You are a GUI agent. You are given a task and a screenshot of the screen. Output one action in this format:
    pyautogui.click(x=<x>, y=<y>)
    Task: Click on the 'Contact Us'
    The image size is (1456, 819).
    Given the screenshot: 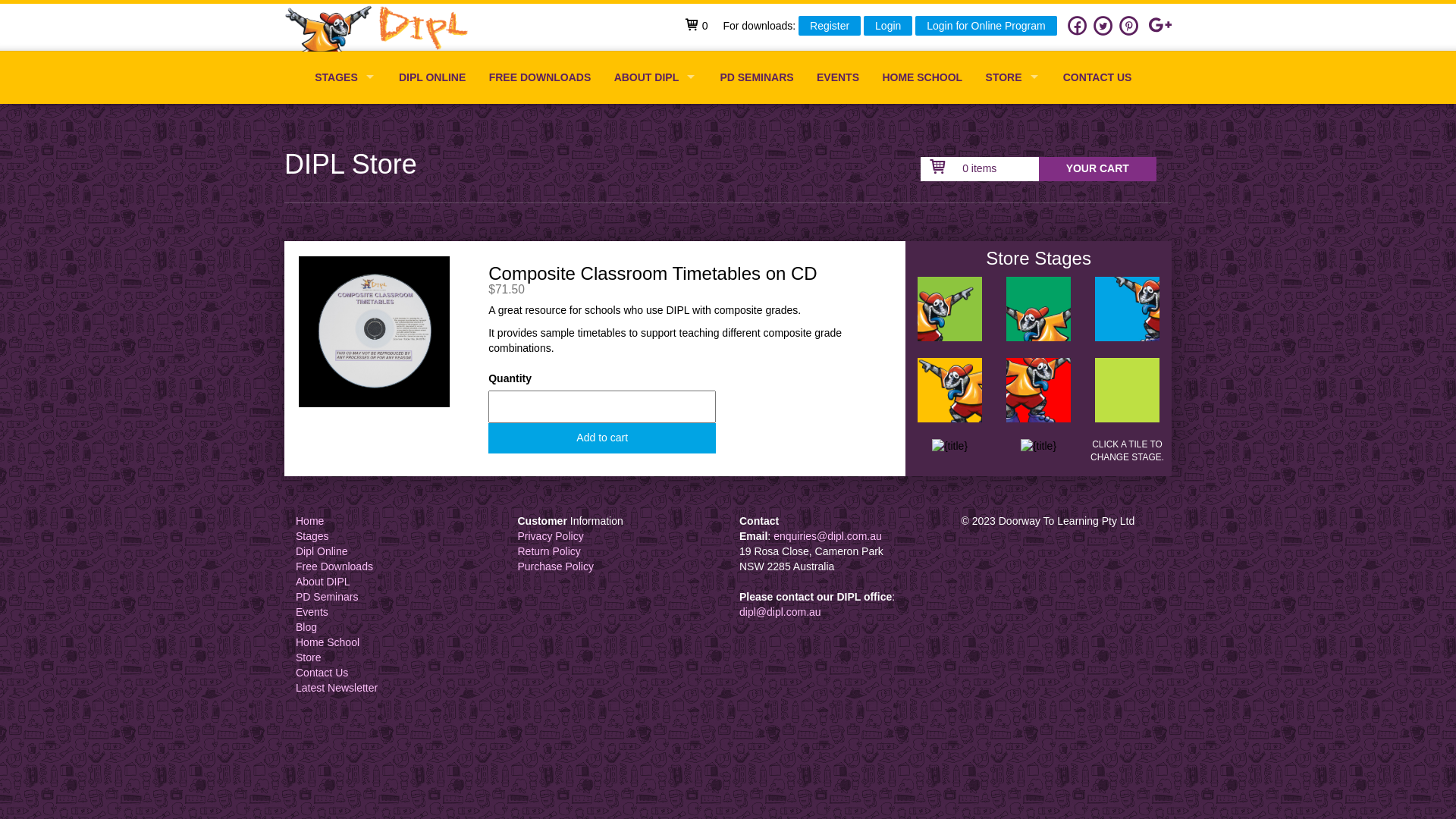 What is the action you would take?
    pyautogui.click(x=321, y=672)
    